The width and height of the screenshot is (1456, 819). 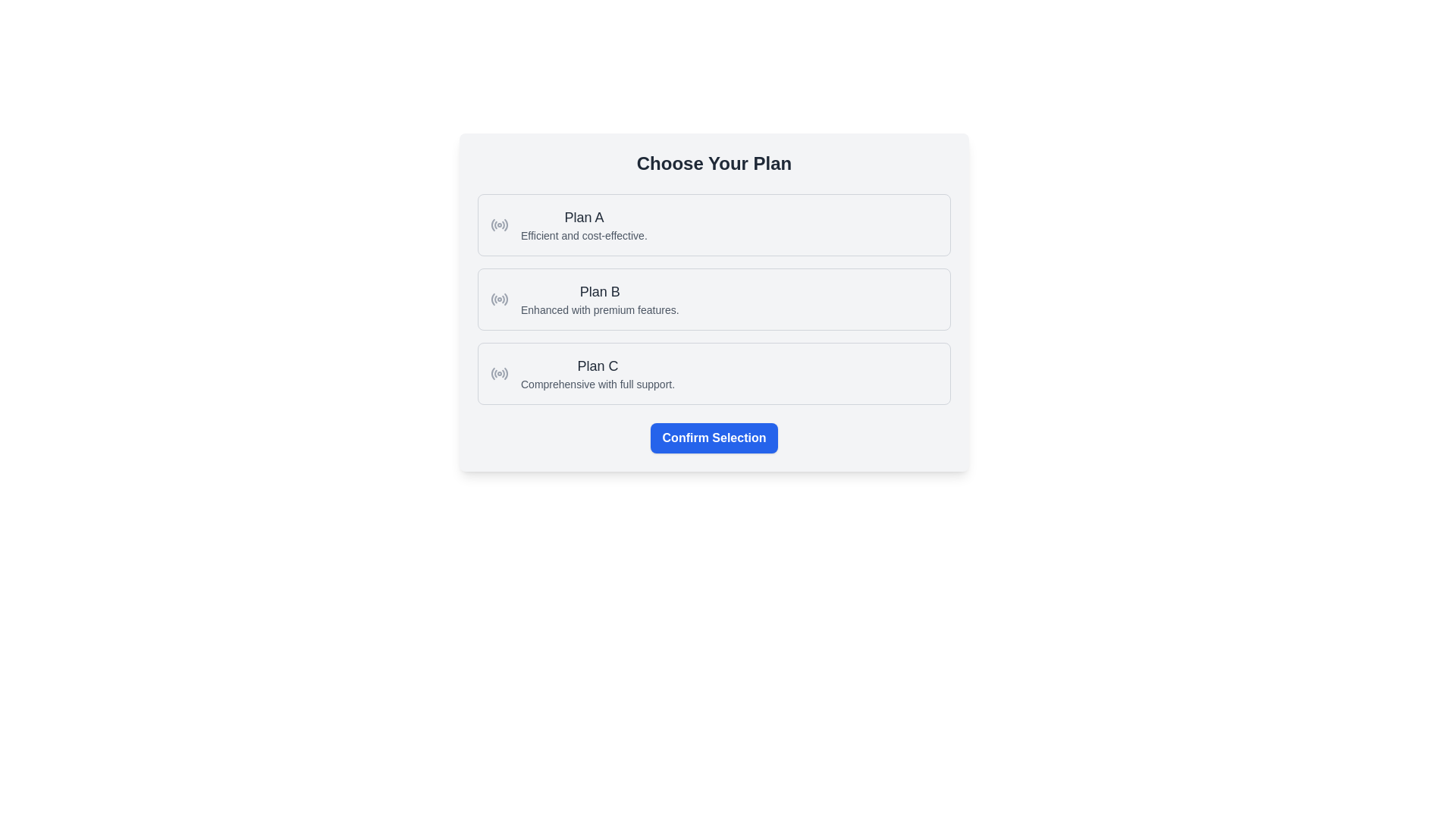 I want to click on the gray radio button indicator icon located to the left of the text 'Plan C Comprehensive with full support.' in the 'Plan C' card, so click(x=499, y=374).